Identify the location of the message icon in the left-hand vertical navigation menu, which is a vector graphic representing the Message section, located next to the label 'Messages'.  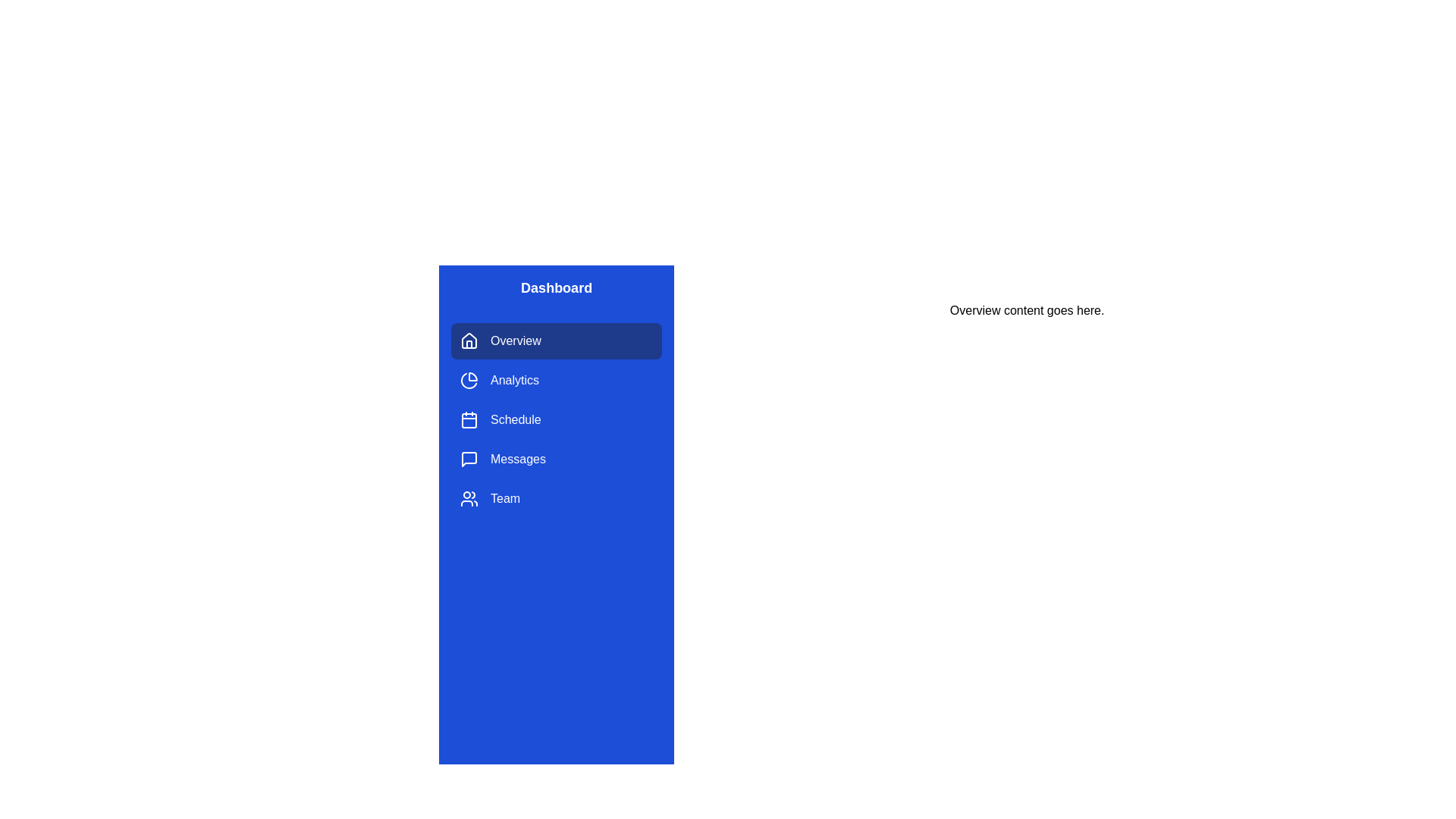
(469, 458).